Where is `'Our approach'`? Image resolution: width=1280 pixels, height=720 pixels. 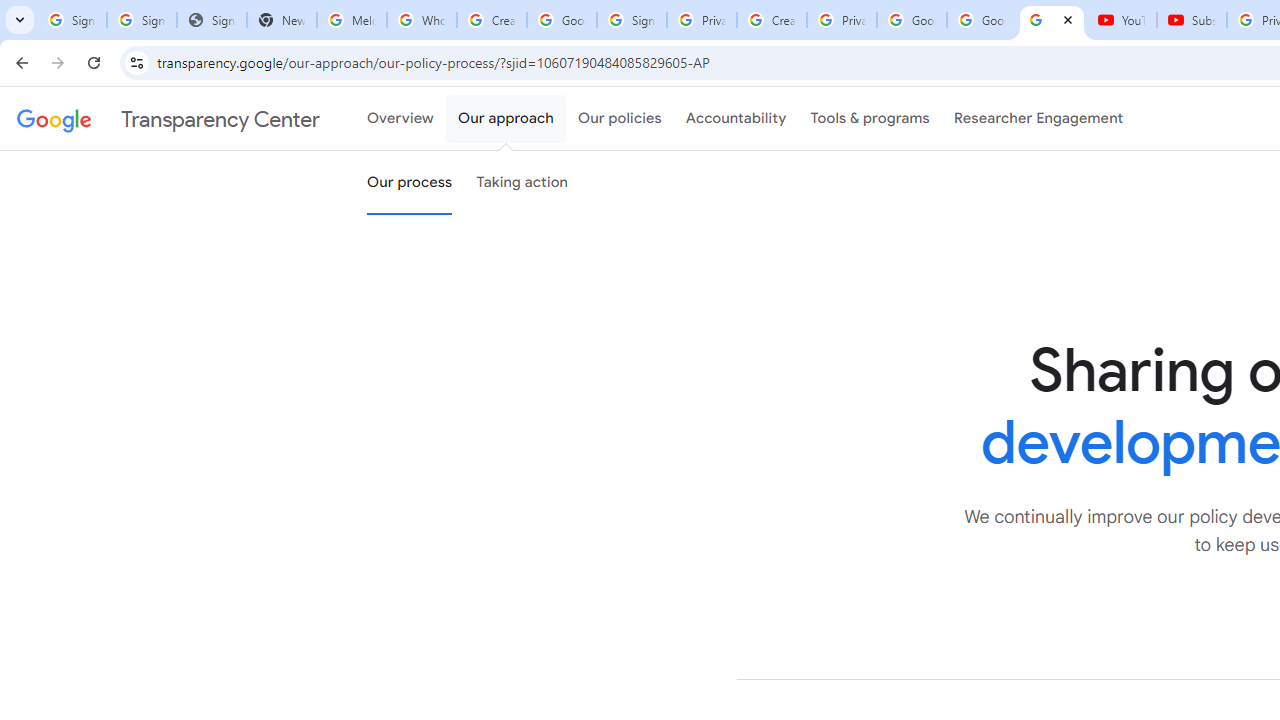
'Our approach' is located at coordinates (506, 119).